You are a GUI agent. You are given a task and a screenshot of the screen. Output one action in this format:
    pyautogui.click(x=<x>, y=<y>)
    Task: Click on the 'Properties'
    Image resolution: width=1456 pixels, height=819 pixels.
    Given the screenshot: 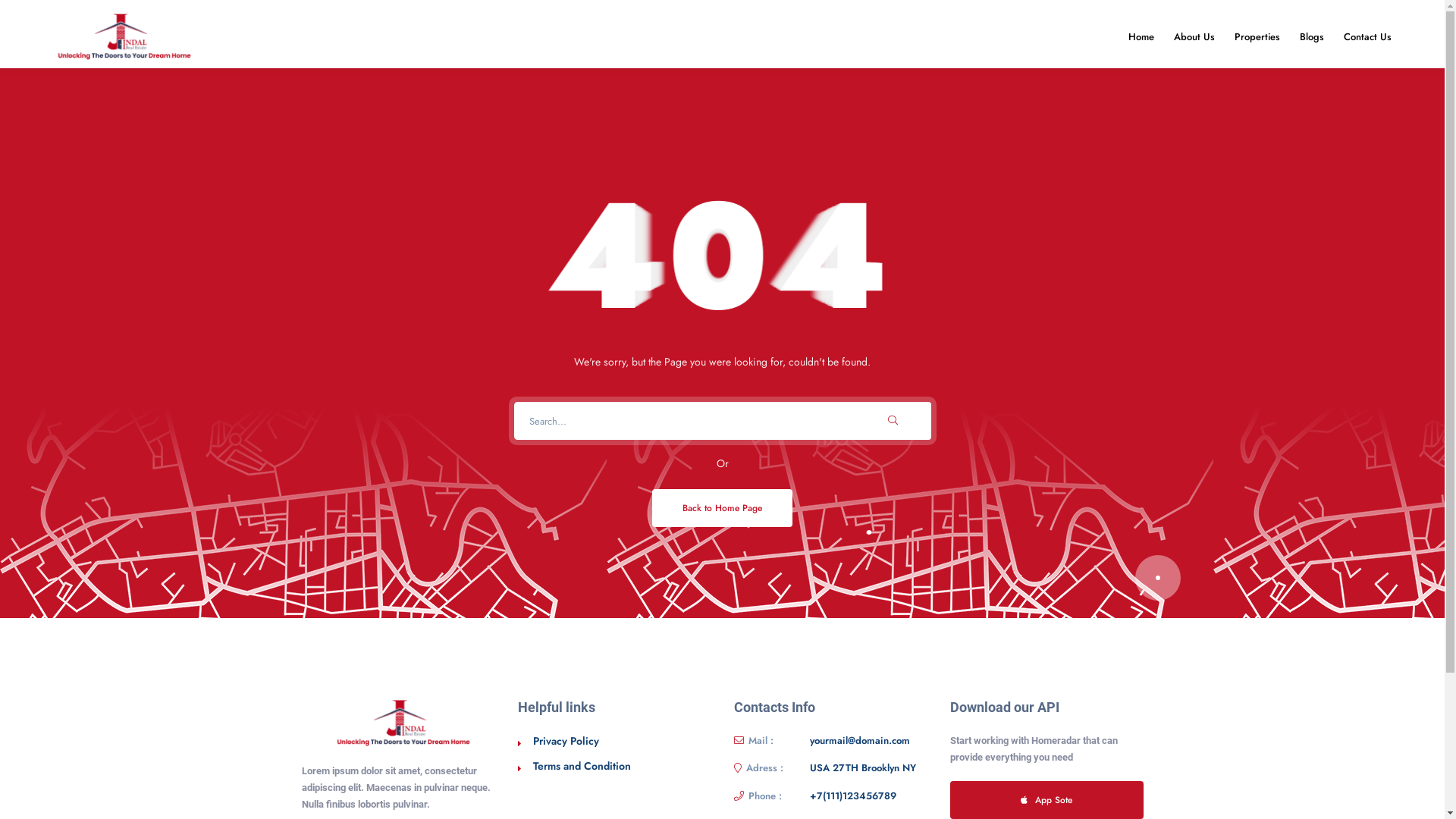 What is the action you would take?
    pyautogui.click(x=1257, y=36)
    